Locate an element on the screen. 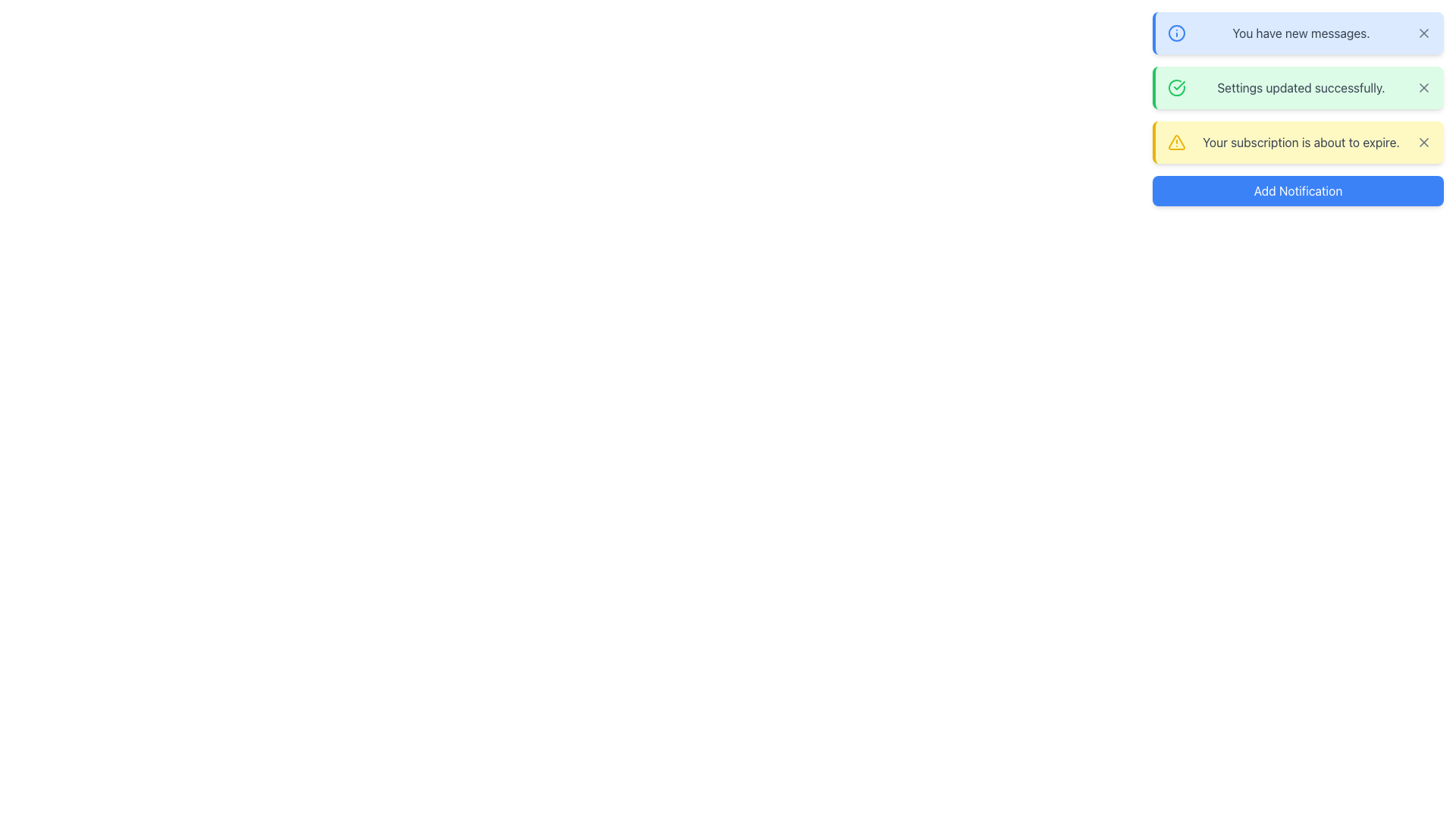 The width and height of the screenshot is (1456, 819). the circular portion of the information icon located at the upper-left corner of the notification message titled 'You have new messages.' is located at coordinates (1175, 33).